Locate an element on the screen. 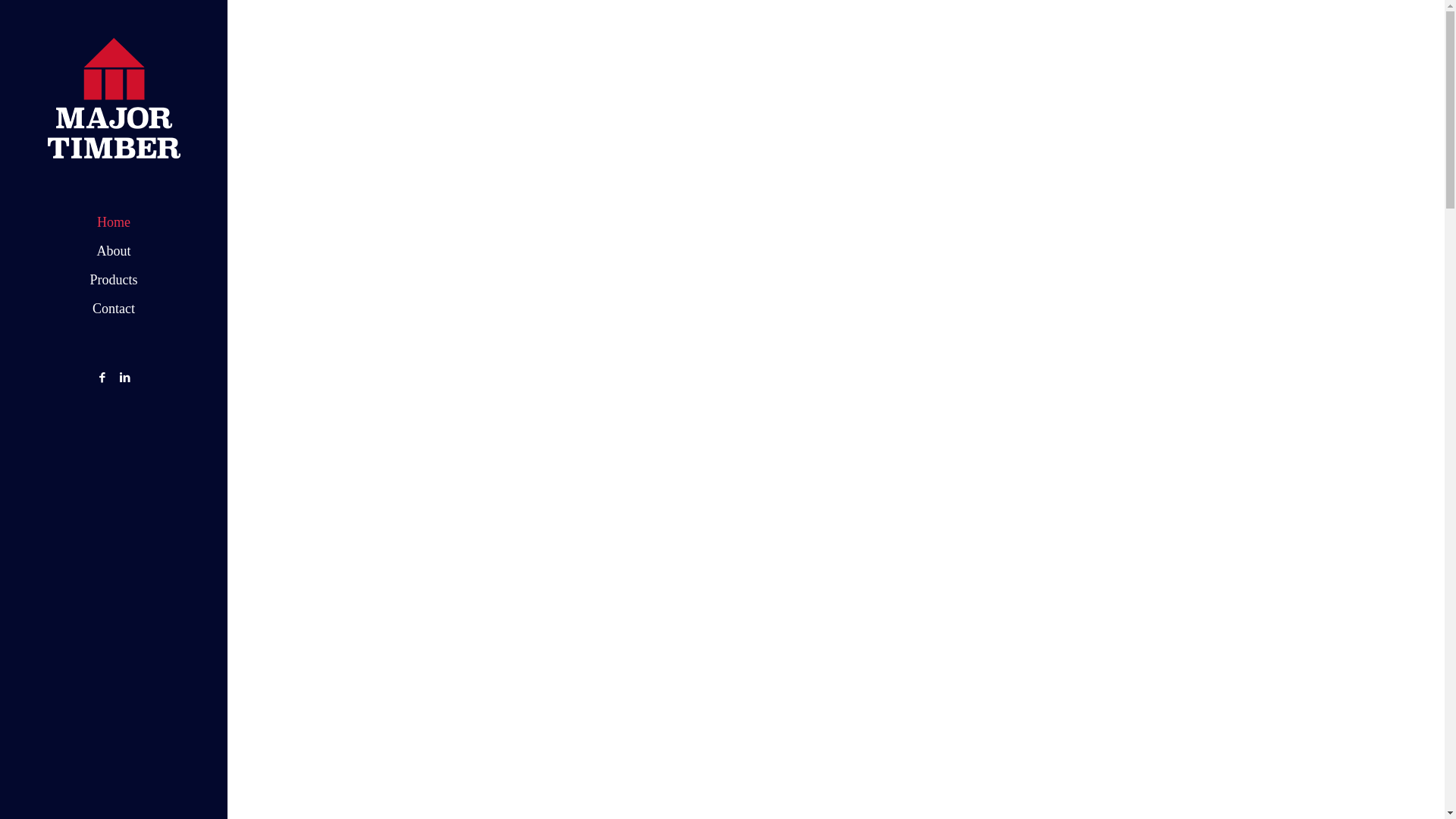 The width and height of the screenshot is (1456, 819). 'Linked In' is located at coordinates (125, 376).